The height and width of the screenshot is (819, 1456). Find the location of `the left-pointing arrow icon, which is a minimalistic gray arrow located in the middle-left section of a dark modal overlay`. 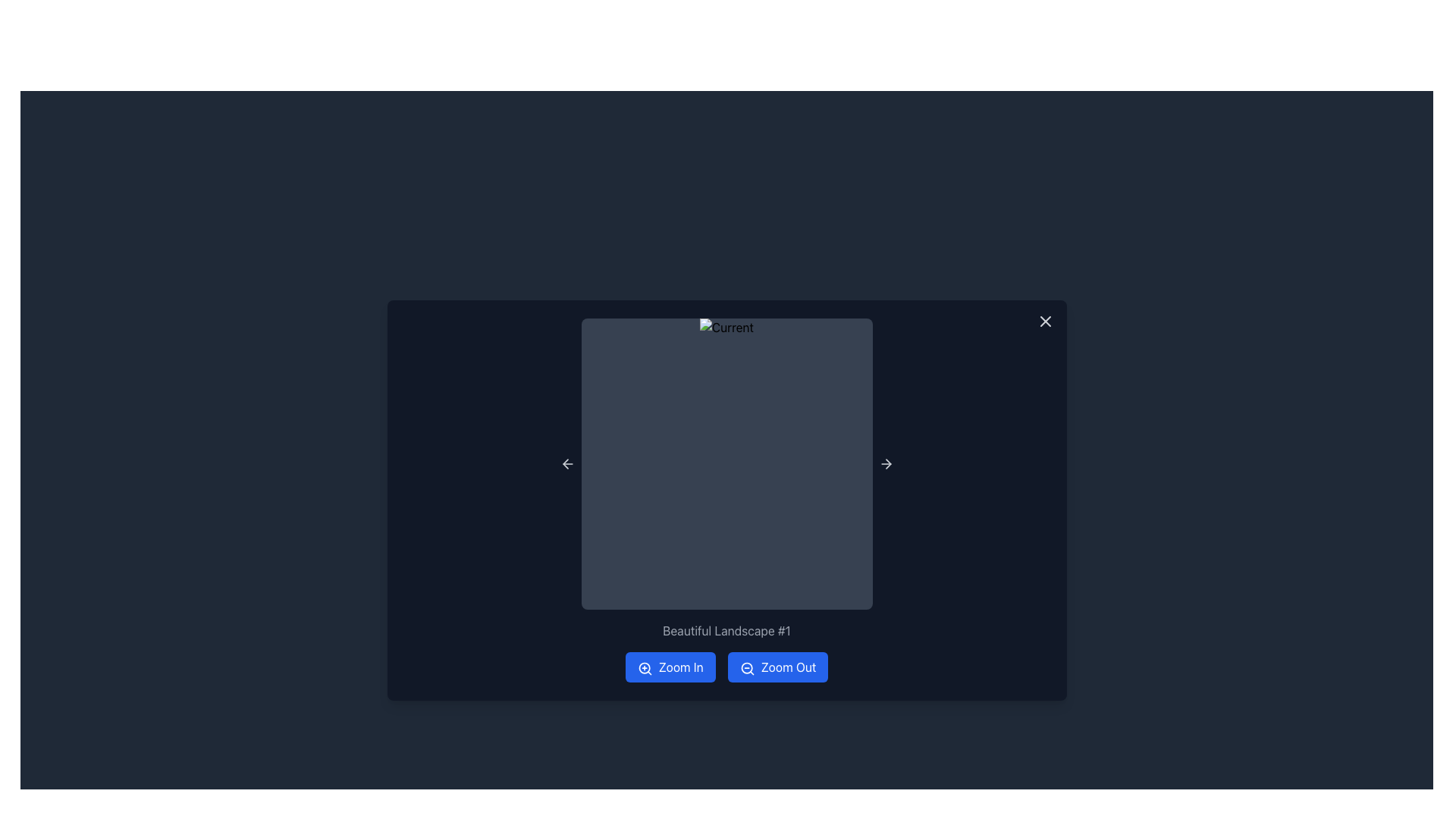

the left-pointing arrow icon, which is a minimalistic gray arrow located in the middle-left section of a dark modal overlay is located at coordinates (566, 463).